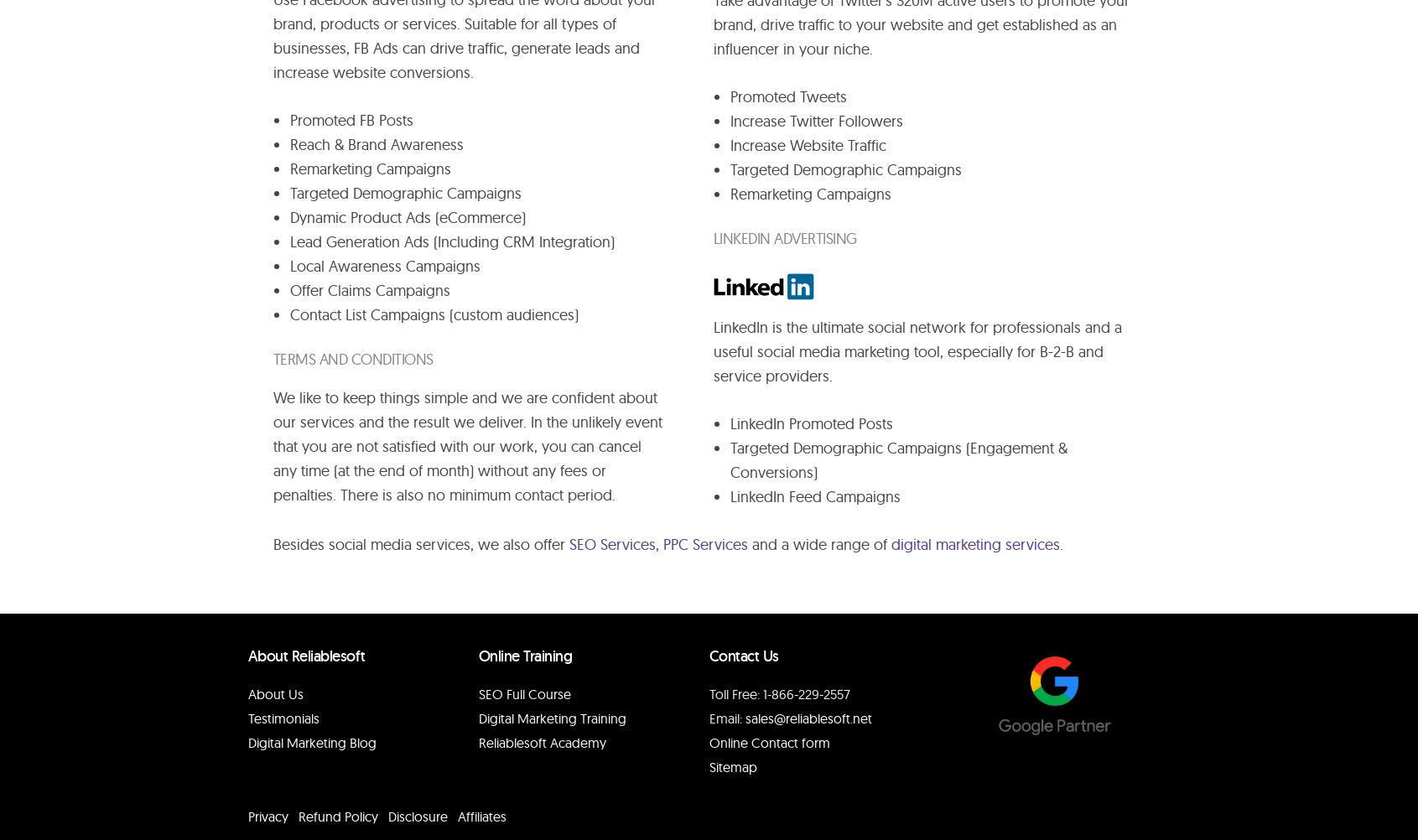 The image size is (1418, 840). Describe the element at coordinates (787, 95) in the screenshot. I see `'Promoted Tweets'` at that location.